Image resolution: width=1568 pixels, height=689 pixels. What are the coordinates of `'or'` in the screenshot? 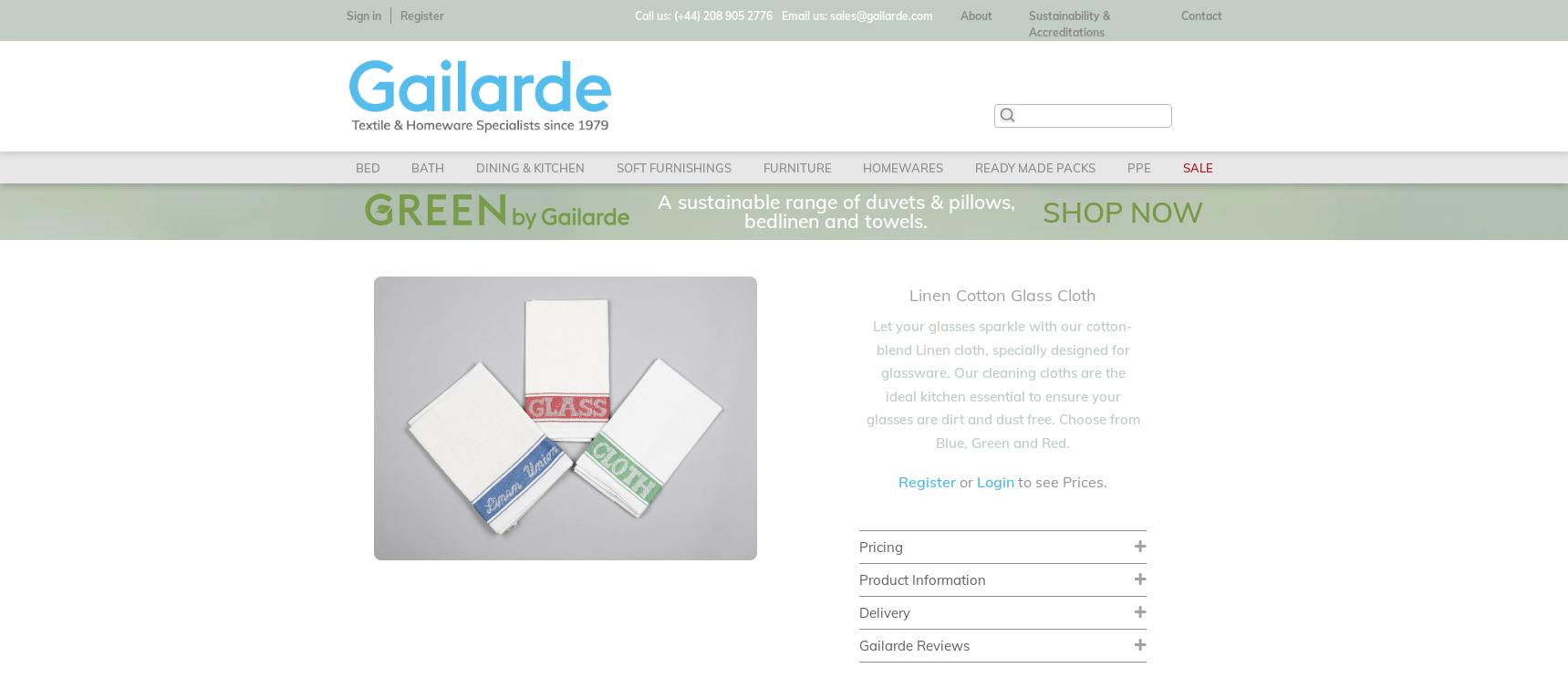 It's located at (956, 480).